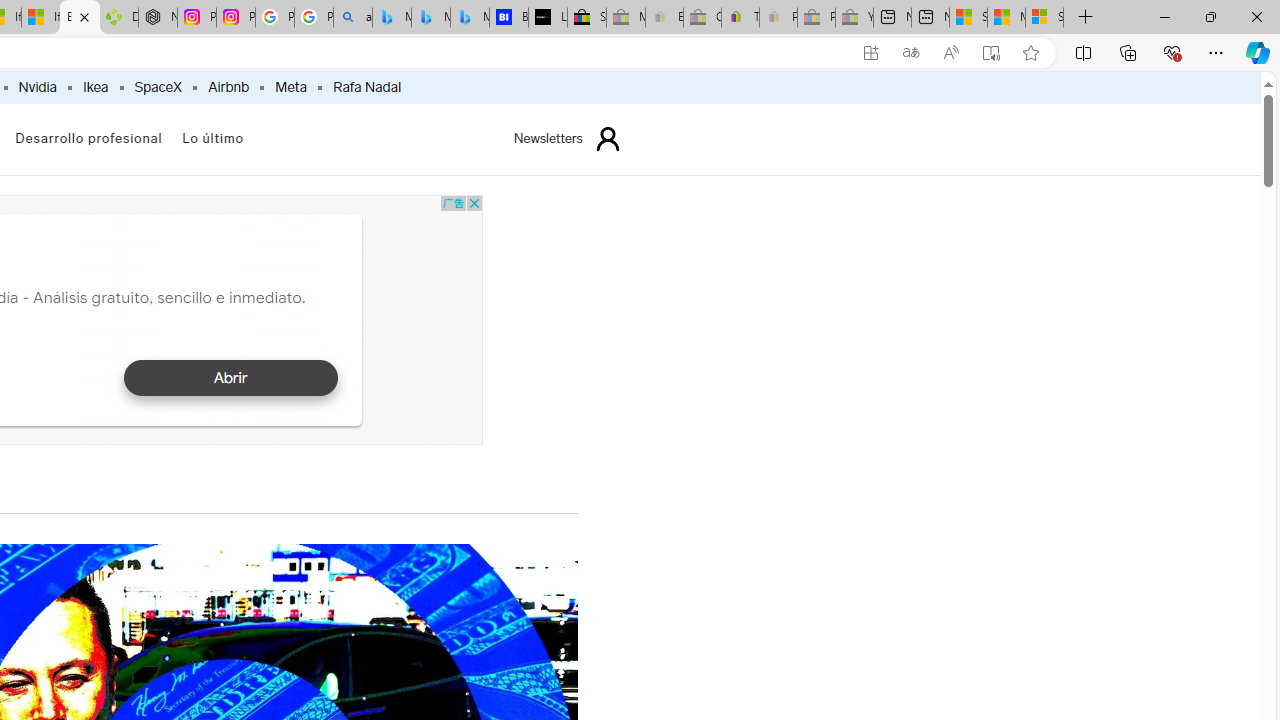 The width and height of the screenshot is (1280, 720). Describe the element at coordinates (367, 87) in the screenshot. I see `'Rafa Nadal'` at that location.